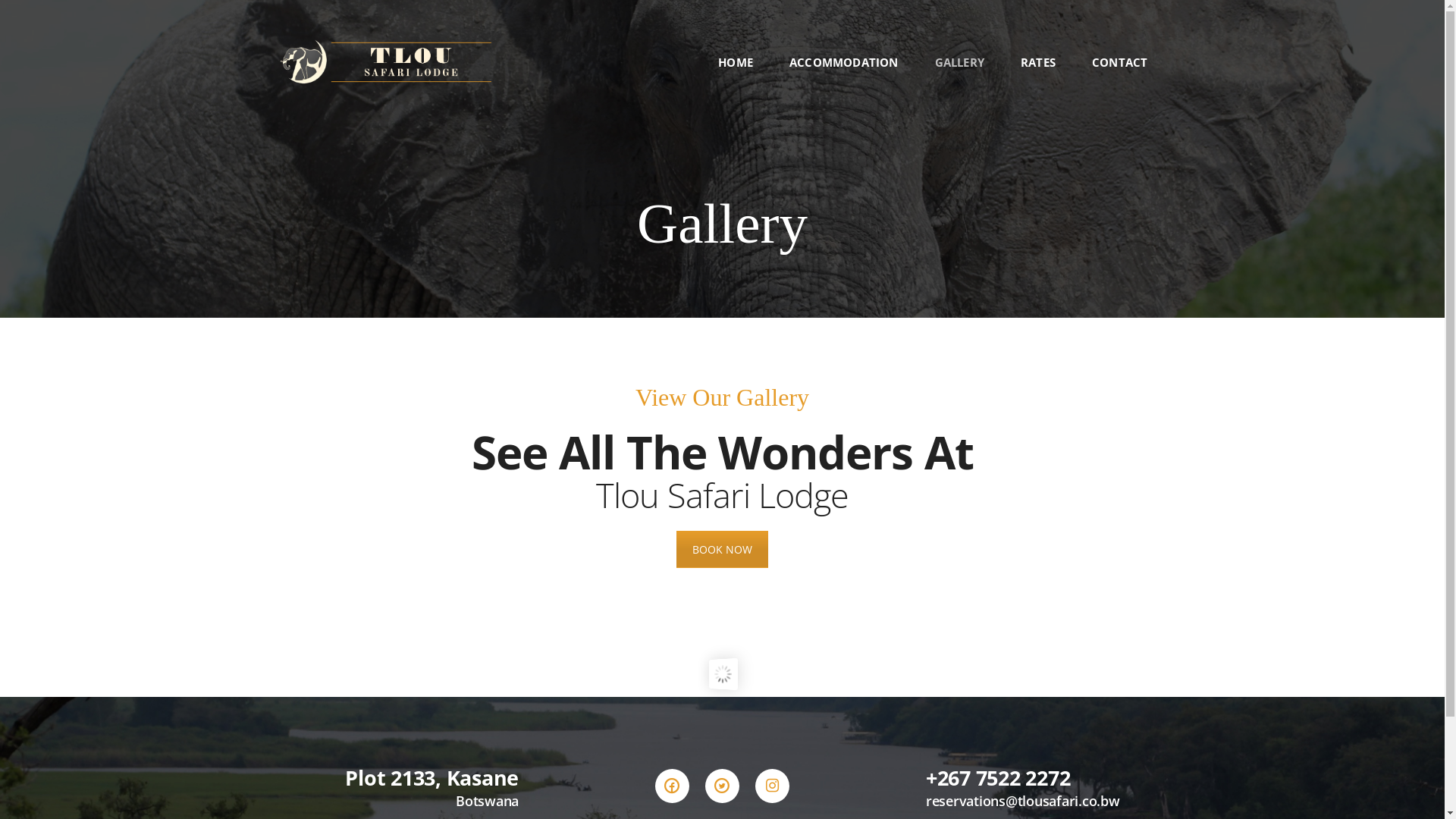 The image size is (1456, 819). I want to click on 'BOOK NOW', so click(721, 549).